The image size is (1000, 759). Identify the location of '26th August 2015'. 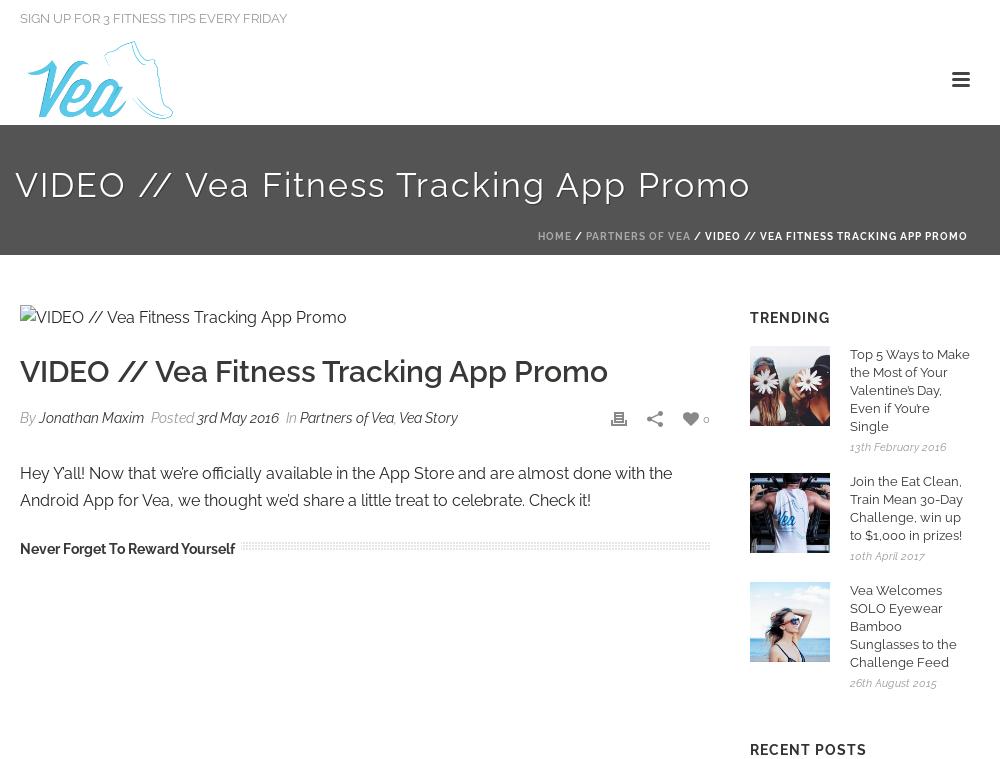
(849, 683).